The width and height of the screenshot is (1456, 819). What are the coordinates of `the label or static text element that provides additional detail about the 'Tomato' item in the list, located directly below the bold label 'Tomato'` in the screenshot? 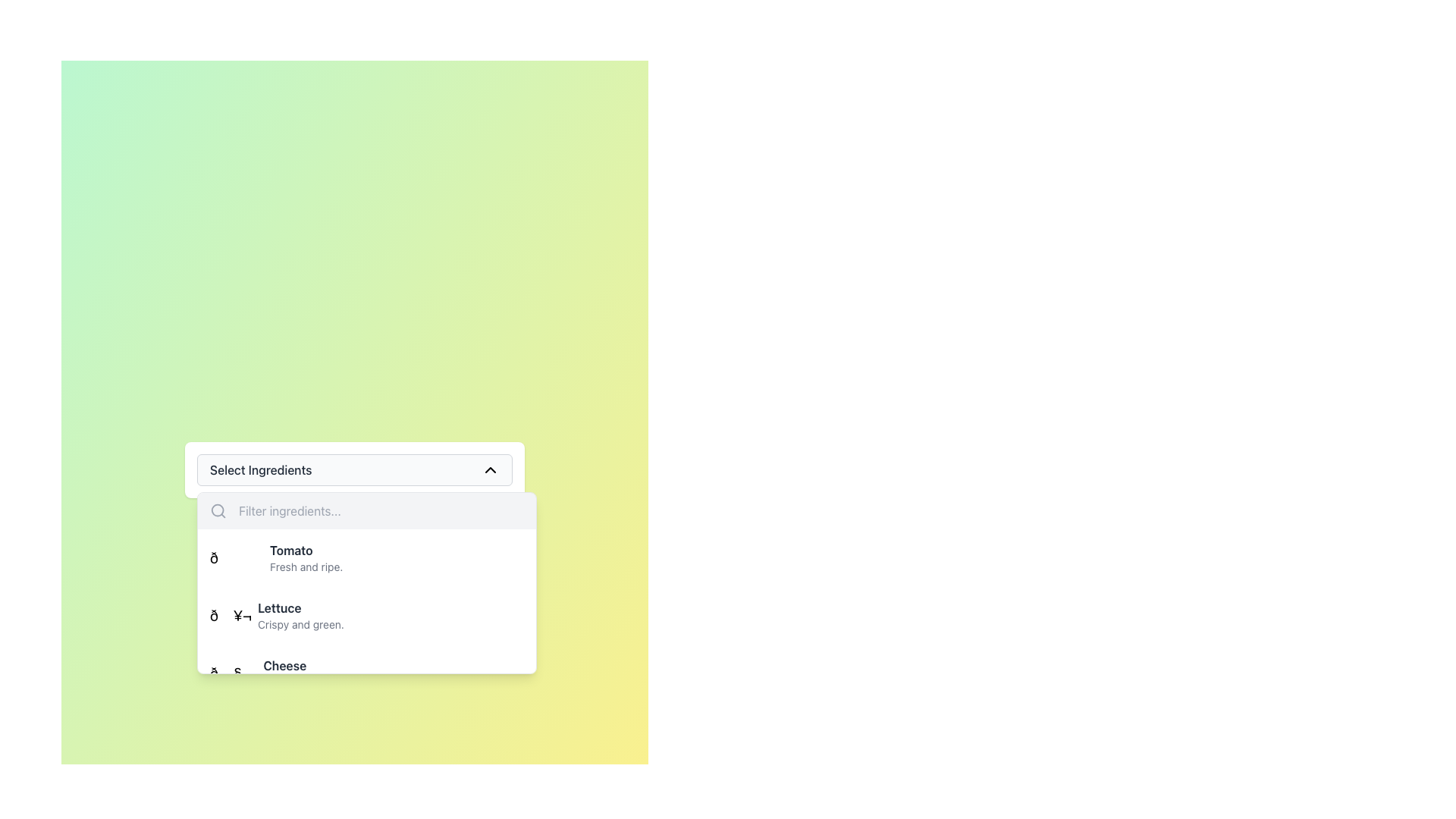 It's located at (306, 567).